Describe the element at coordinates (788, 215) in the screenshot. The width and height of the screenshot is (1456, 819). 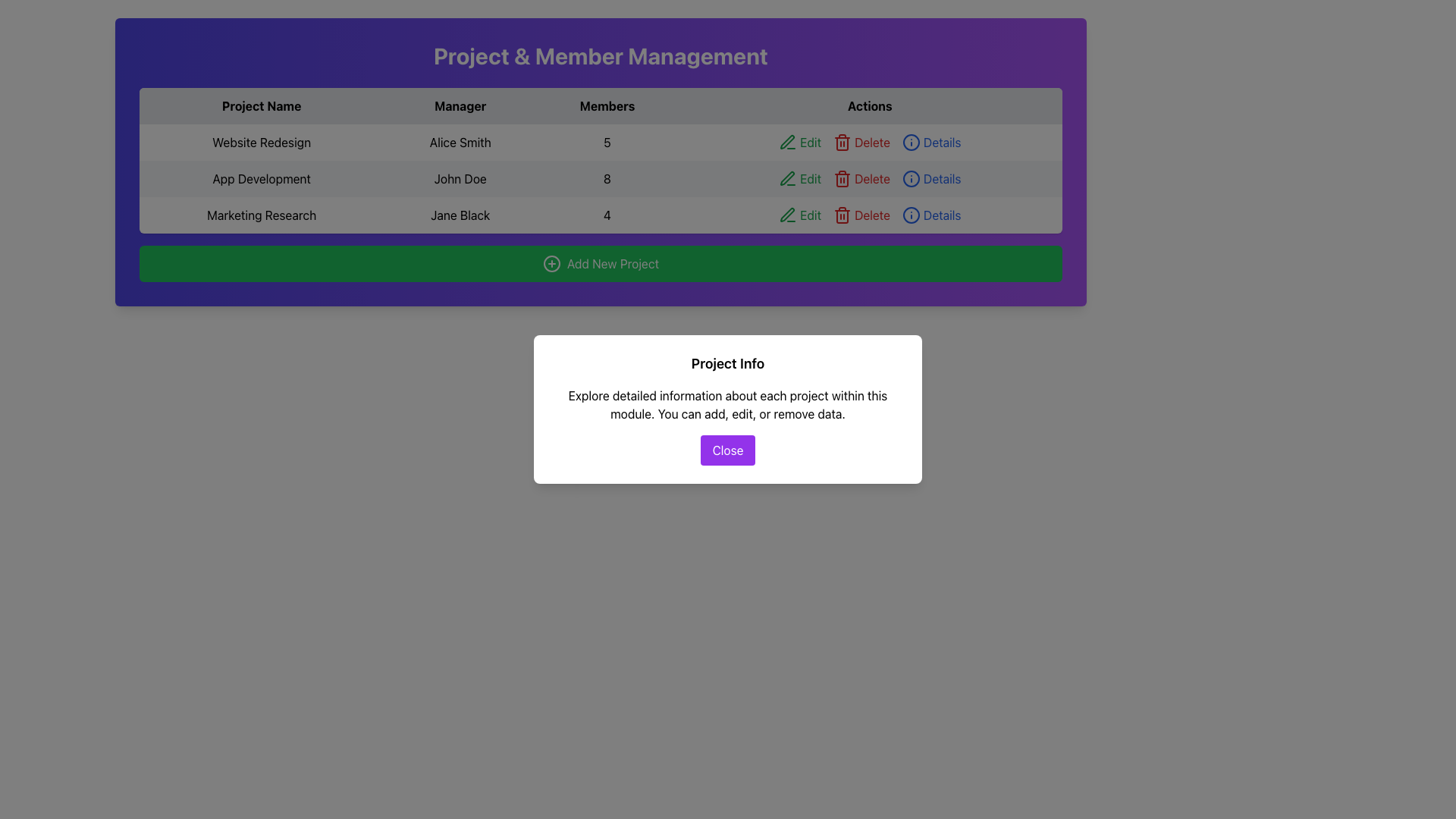
I see `the 'Edit' action icon in the 'Actions' column of the table for the 'Marketing Research' project in the third row` at that location.